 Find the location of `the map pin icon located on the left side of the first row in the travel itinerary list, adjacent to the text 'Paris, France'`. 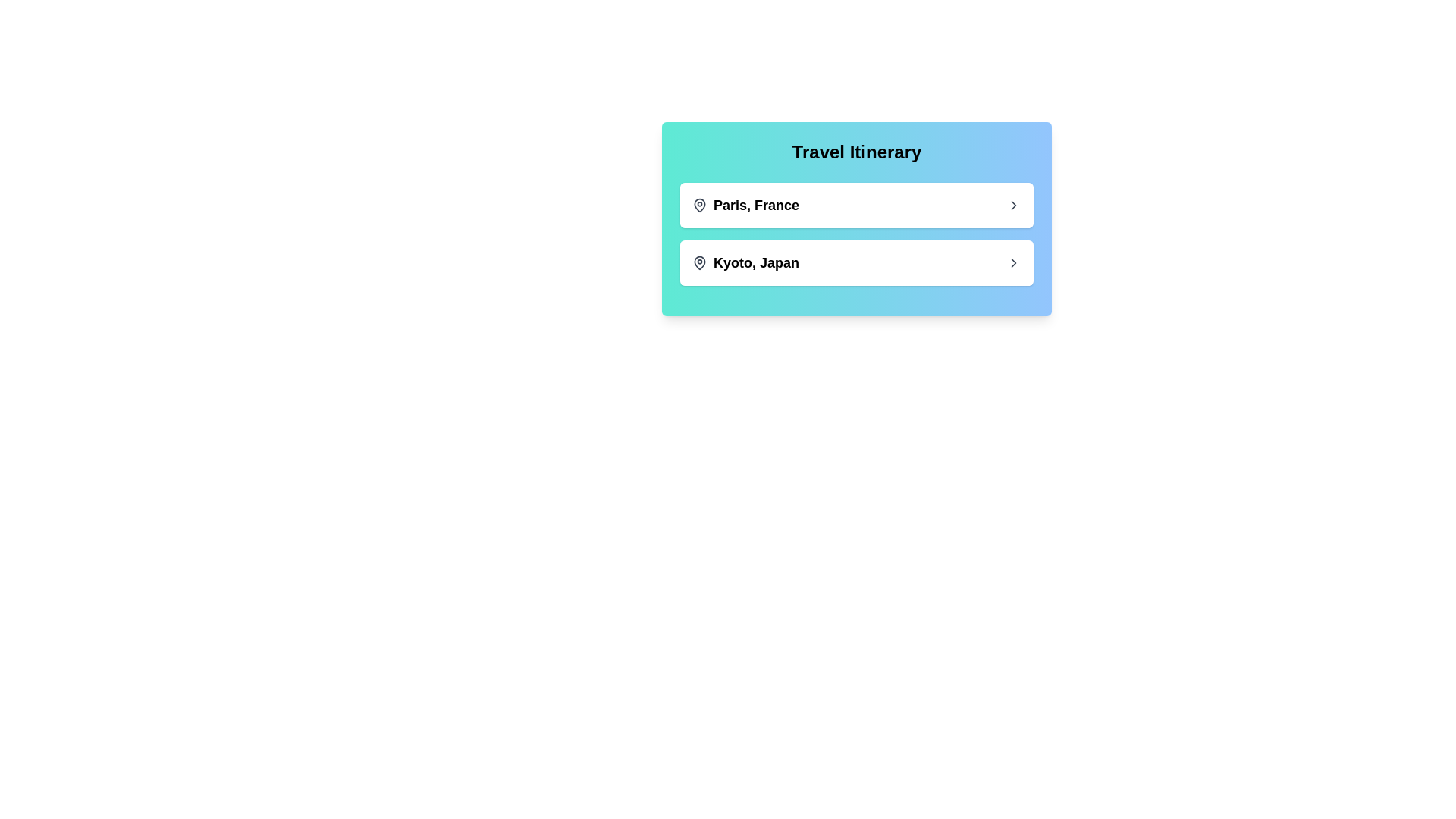

the map pin icon located on the left side of the first row in the travel itinerary list, adjacent to the text 'Paris, France' is located at coordinates (698, 205).